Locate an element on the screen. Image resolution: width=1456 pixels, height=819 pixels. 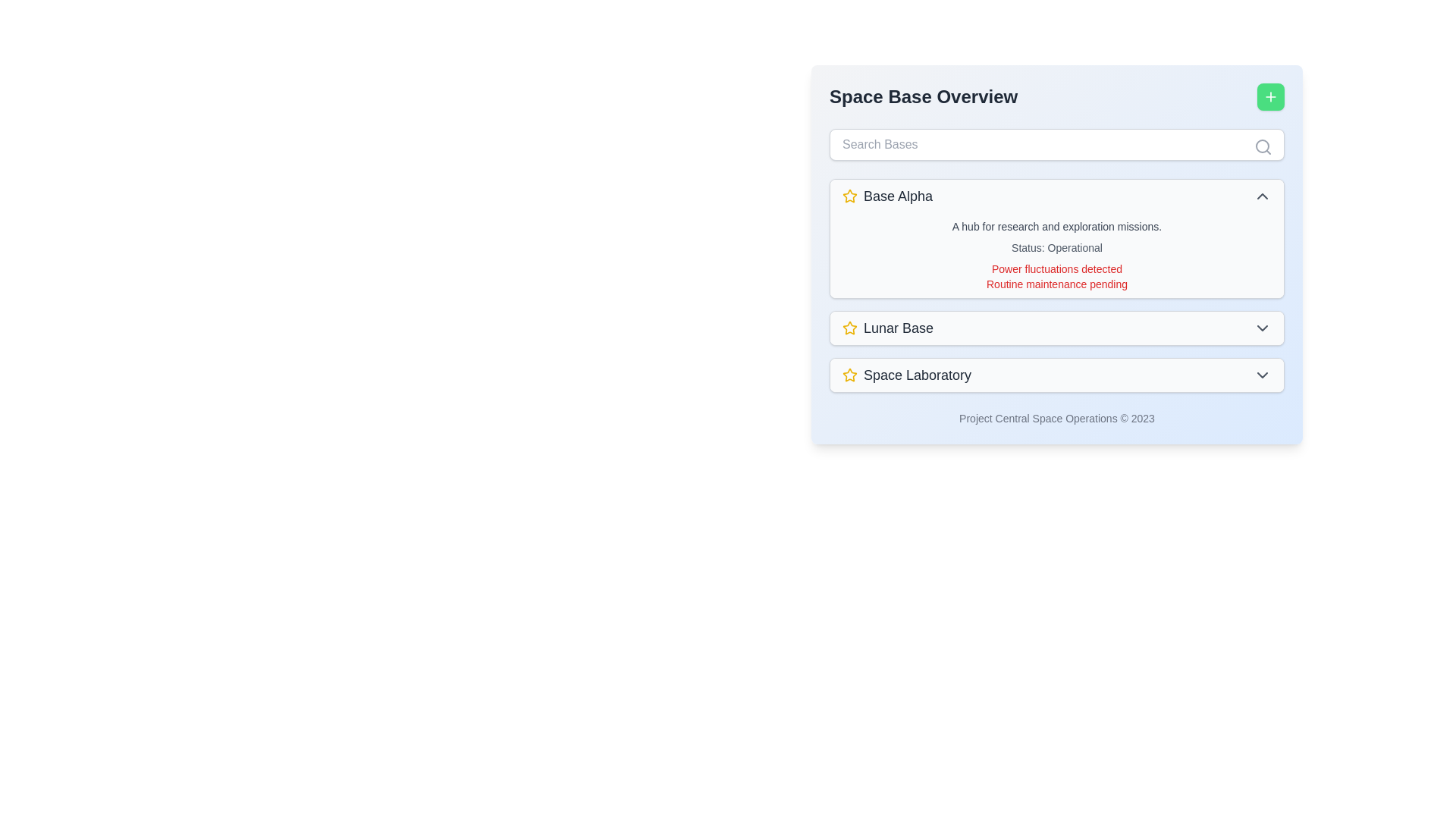
the text label 'Lunar Base', which is styled in a large, bold font and accompanied by a yellow star icon, located between 'Base Alpha' and 'Space Laboratory' is located at coordinates (888, 327).